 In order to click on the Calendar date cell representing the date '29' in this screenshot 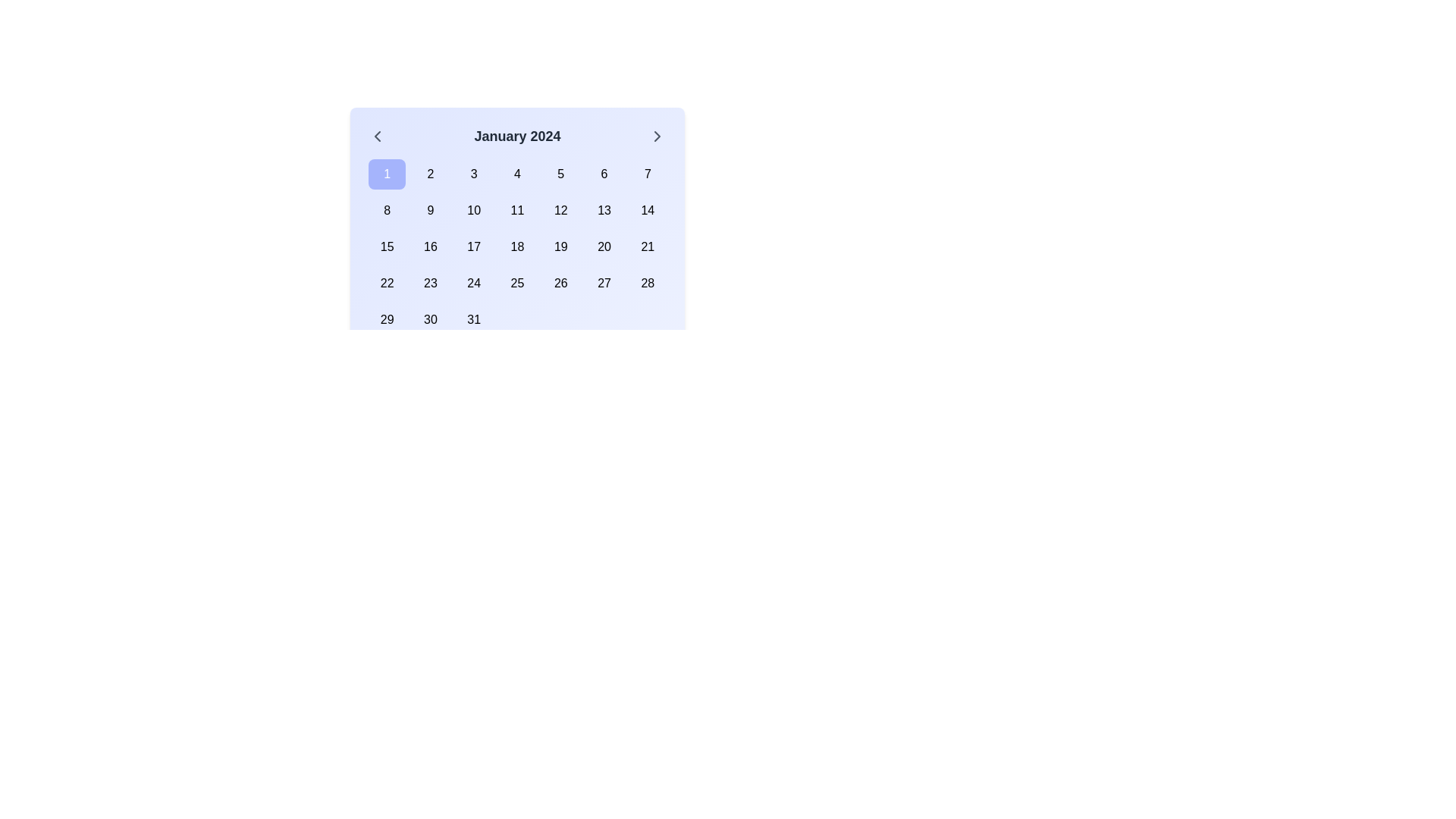, I will do `click(387, 318)`.